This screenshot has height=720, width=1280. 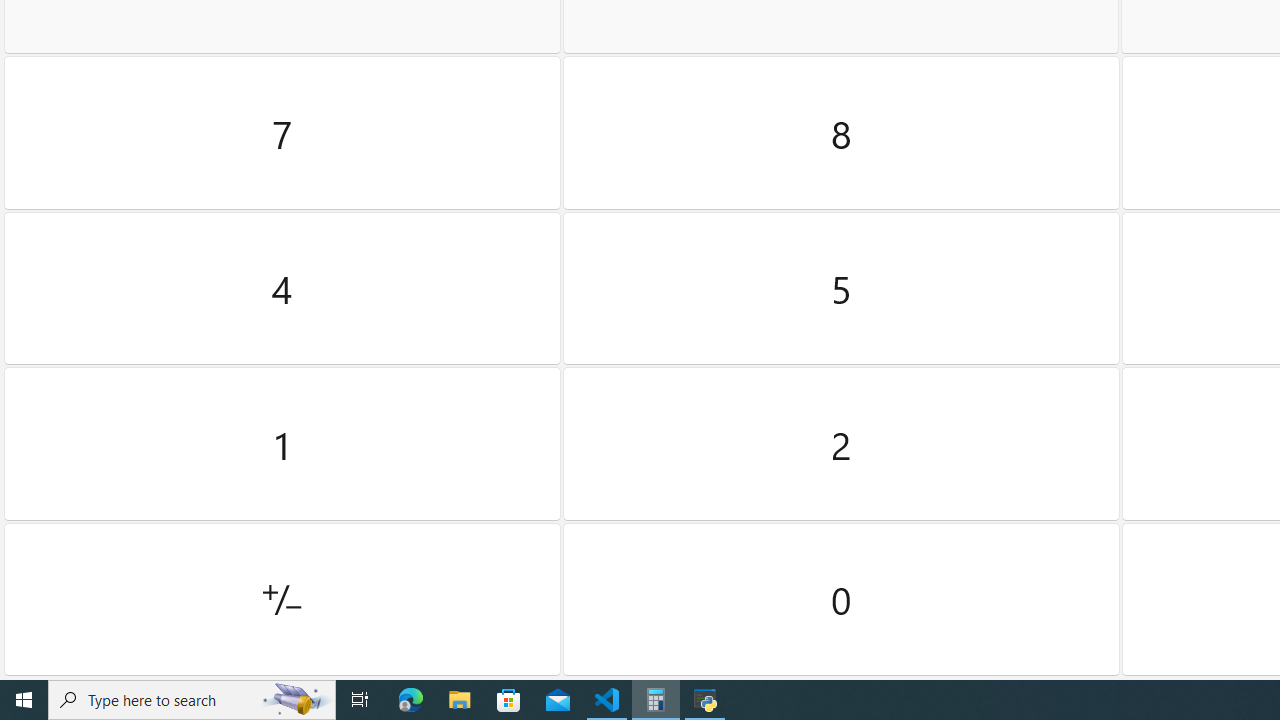 I want to click on 'Positive negative', so click(x=281, y=598).